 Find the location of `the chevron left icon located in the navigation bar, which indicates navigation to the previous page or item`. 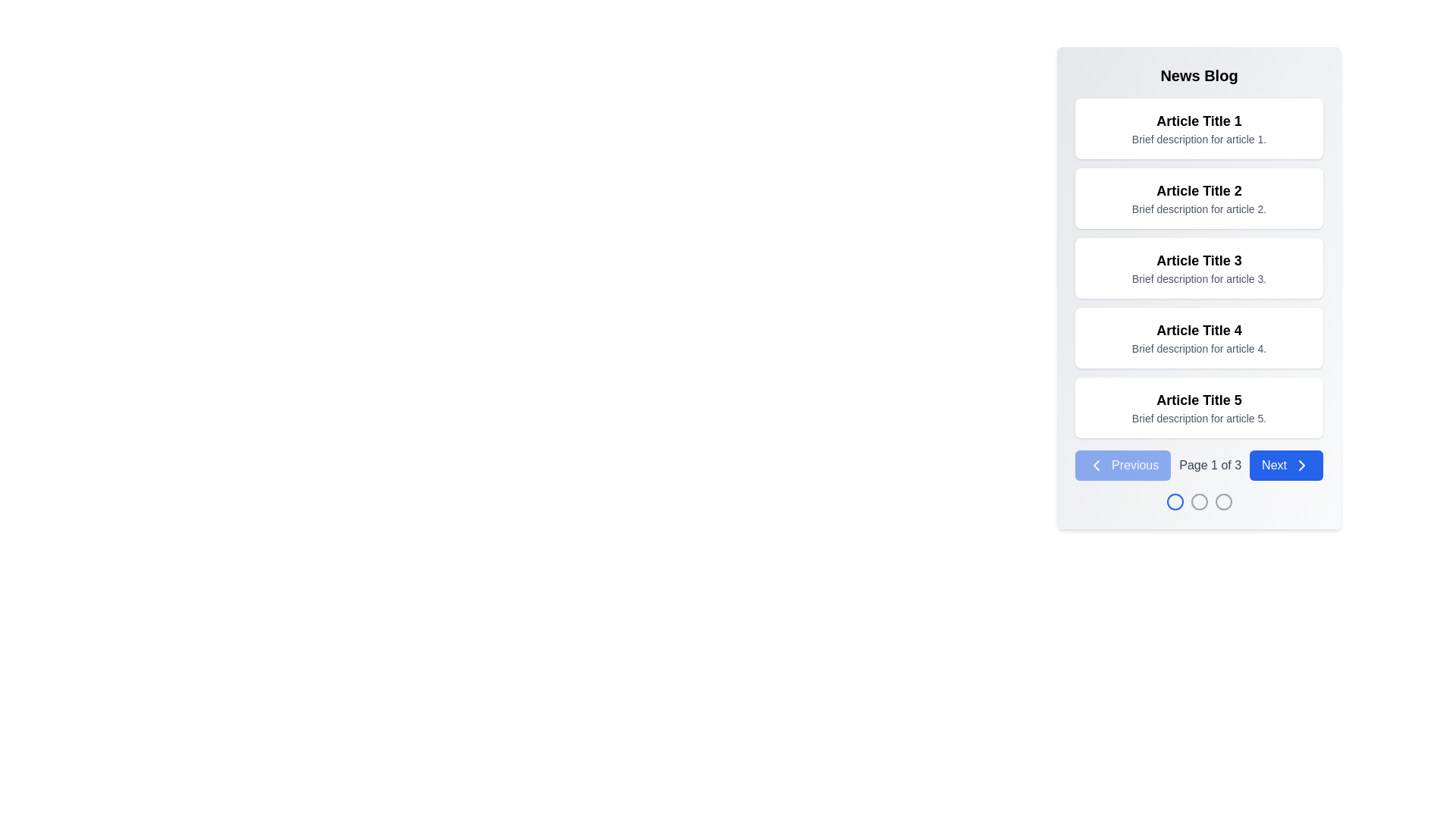

the chevron left icon located in the navigation bar, which indicates navigation to the previous page or item is located at coordinates (1096, 464).